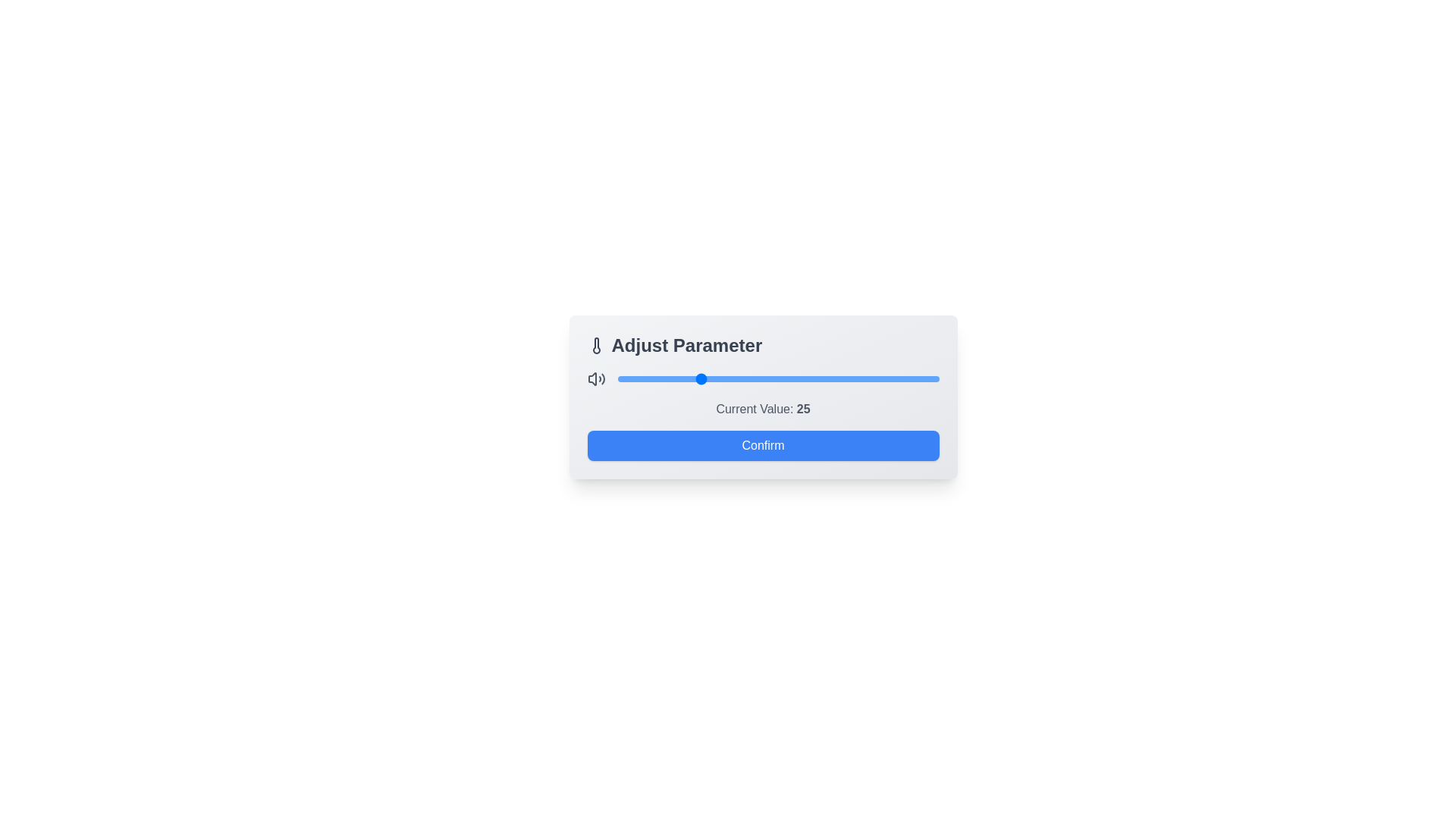 The height and width of the screenshot is (819, 1456). Describe the element at coordinates (595, 345) in the screenshot. I see `the Decorative Icon positioned to the left of the header text 'Adjust Parameter', which visually indicates temperature or adjustment parameters` at that location.